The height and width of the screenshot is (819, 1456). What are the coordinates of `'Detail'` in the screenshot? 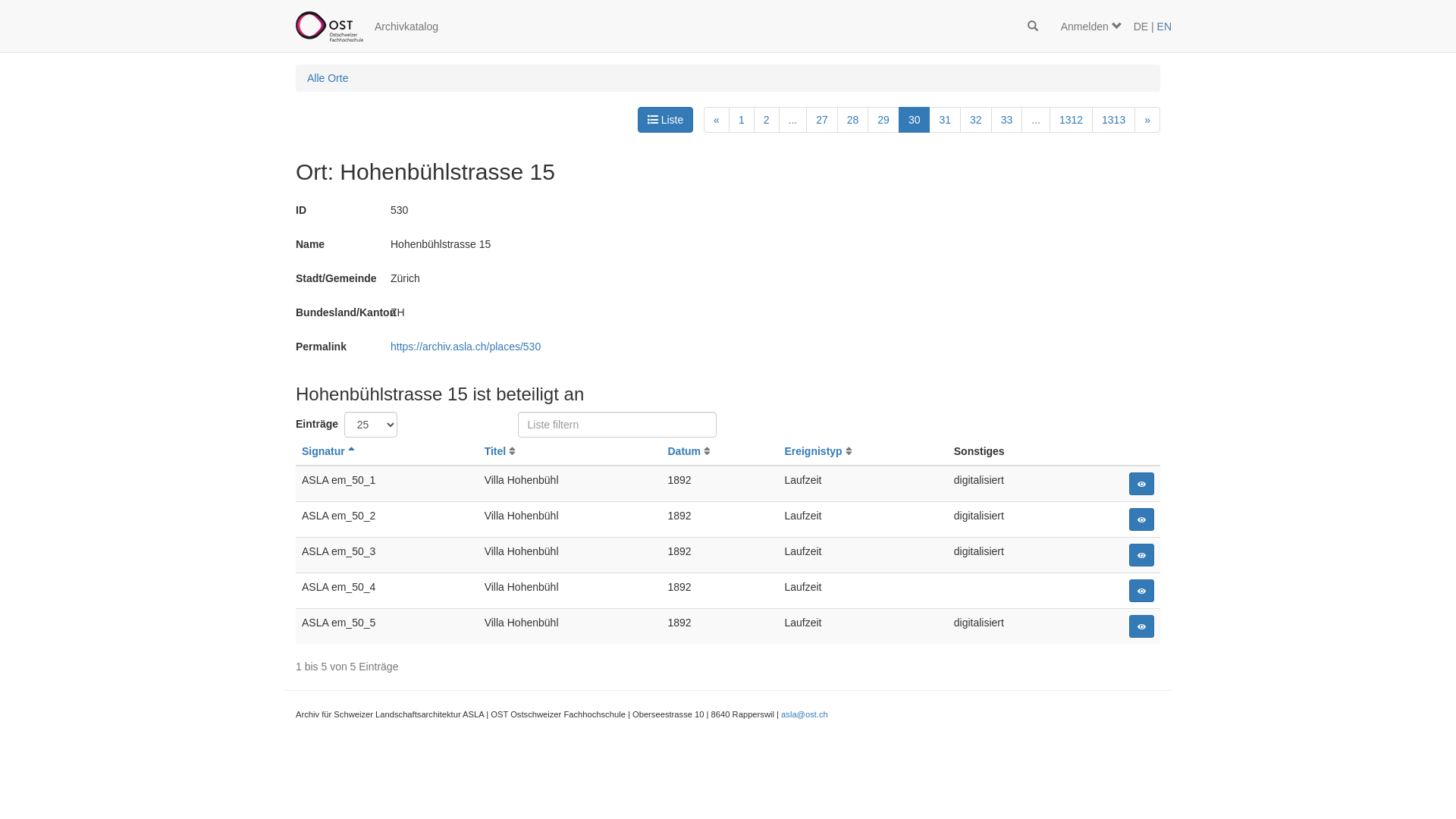 It's located at (1141, 555).